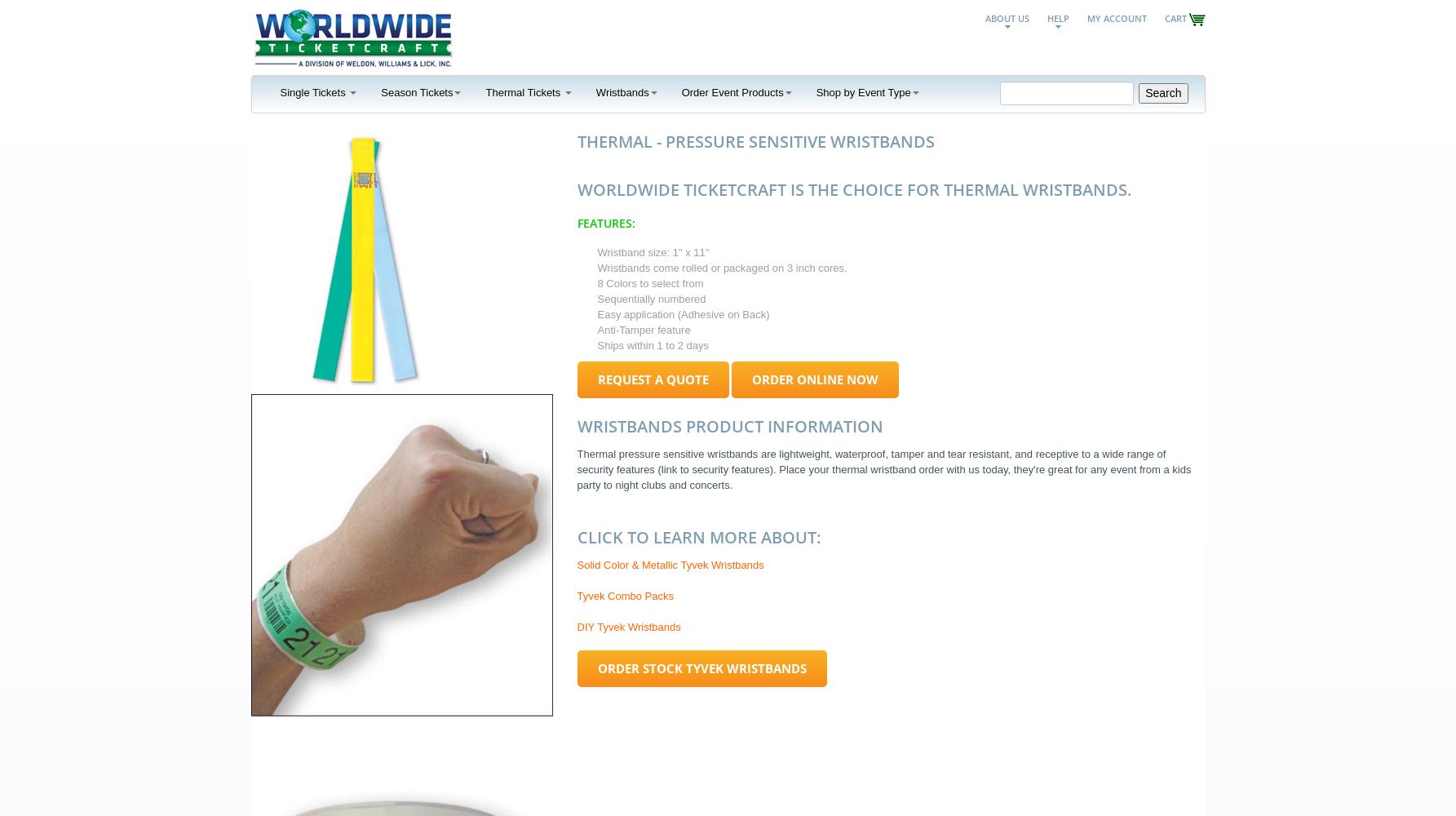 The image size is (1456, 816). Describe the element at coordinates (698, 536) in the screenshot. I see `'Click to Learn more about:'` at that location.